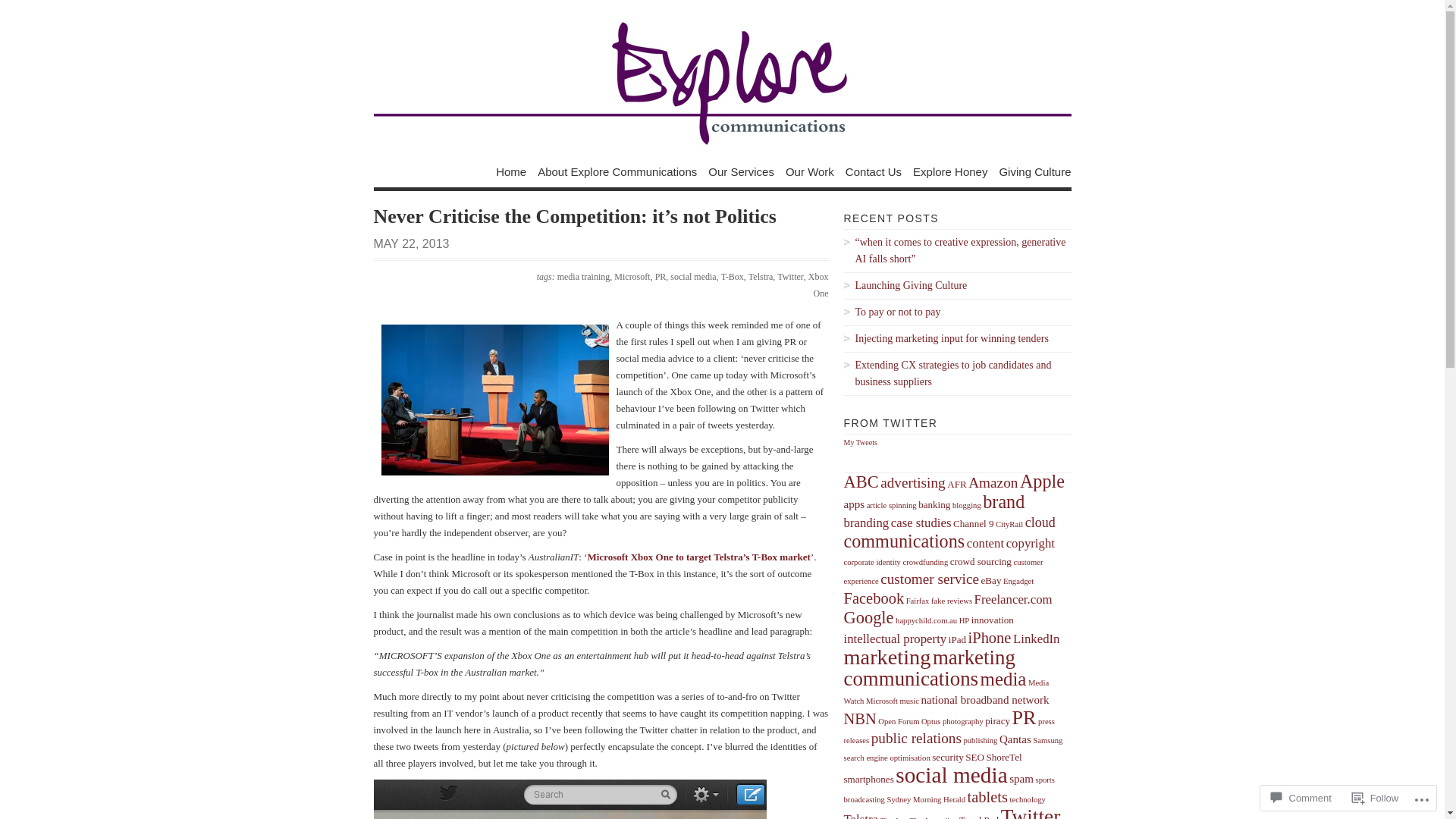 This screenshot has height=819, width=1456. I want to click on 'Injecting marketing input for winning tenders', so click(956, 338).